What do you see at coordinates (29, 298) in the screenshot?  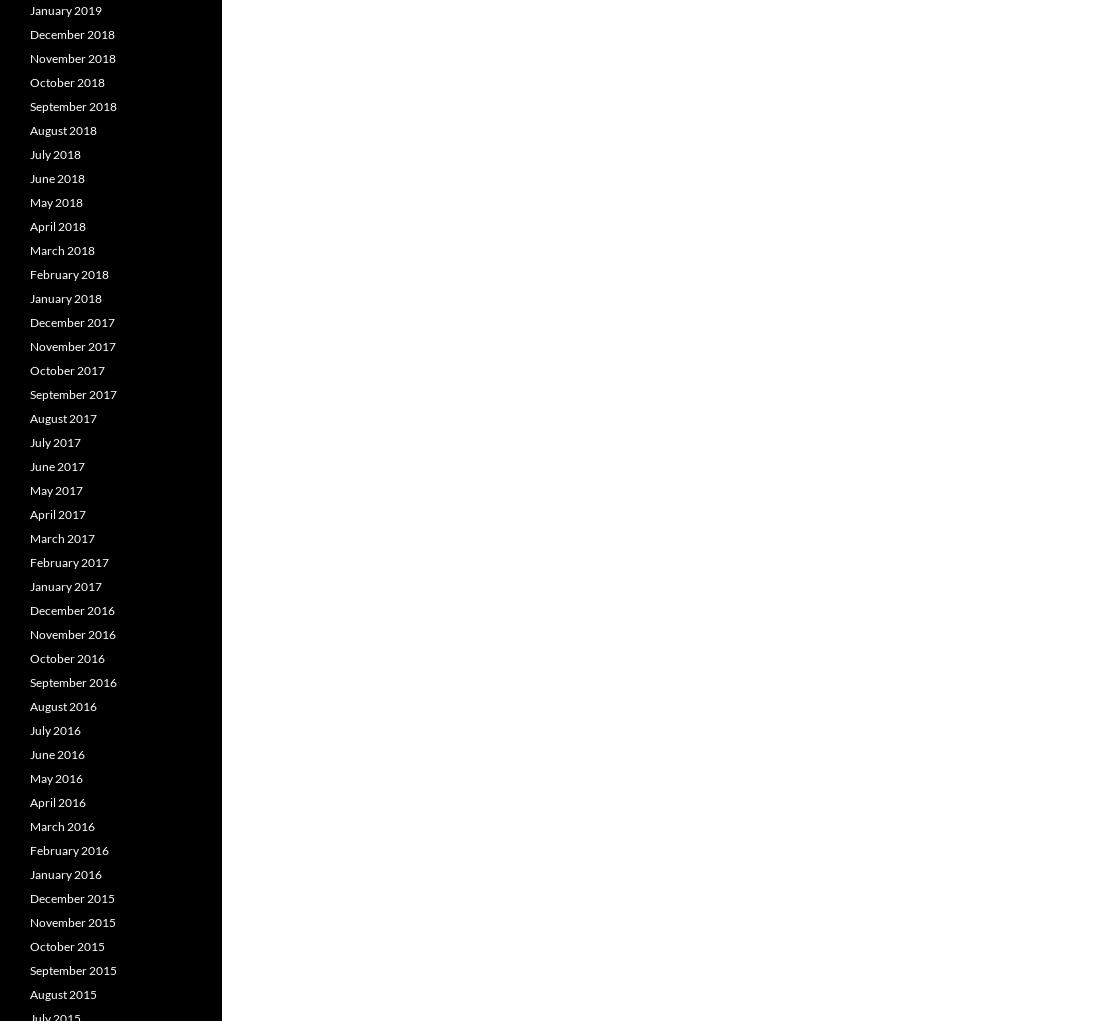 I see `'January 2018'` at bounding box center [29, 298].